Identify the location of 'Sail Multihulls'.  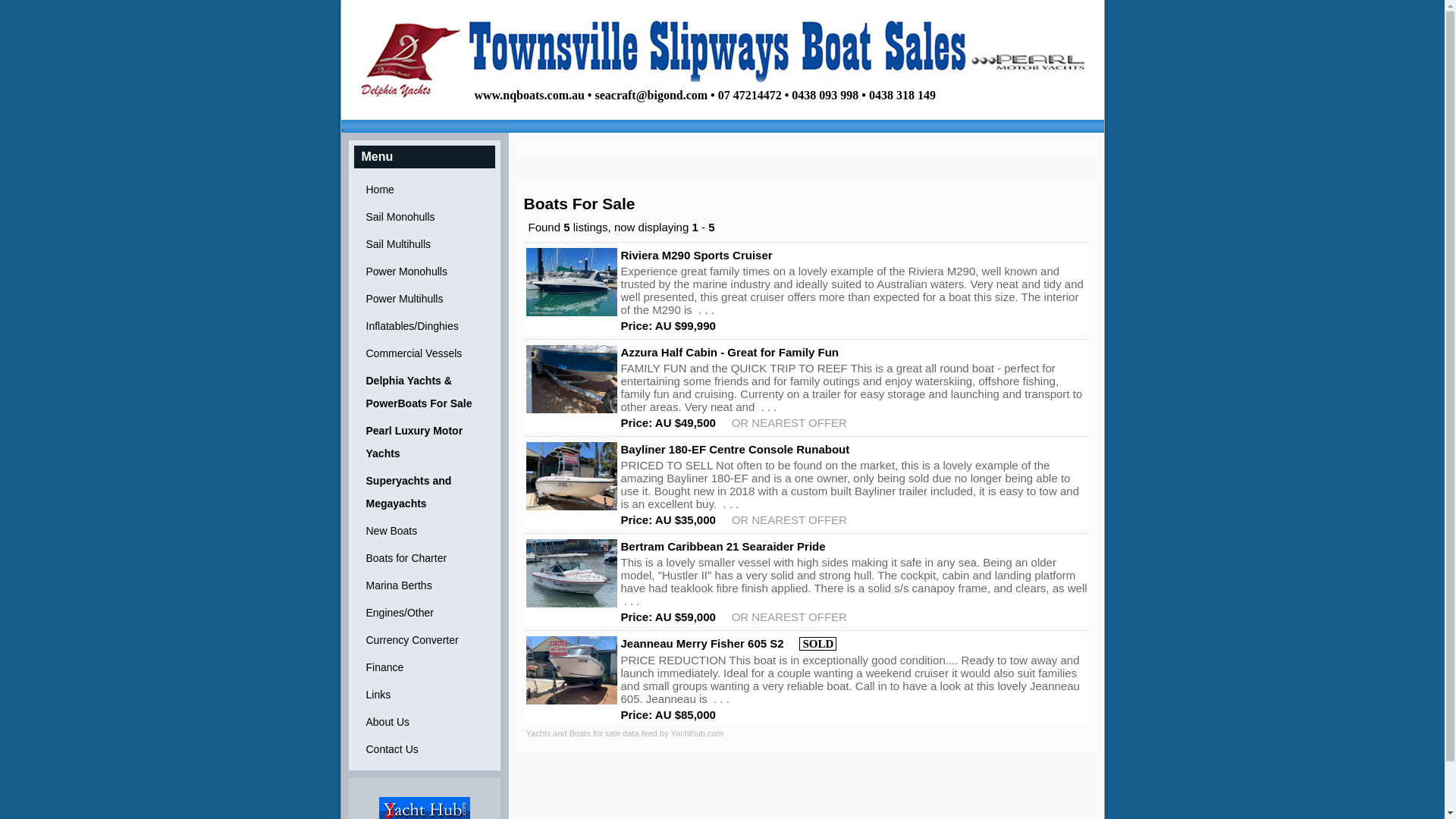
(425, 243).